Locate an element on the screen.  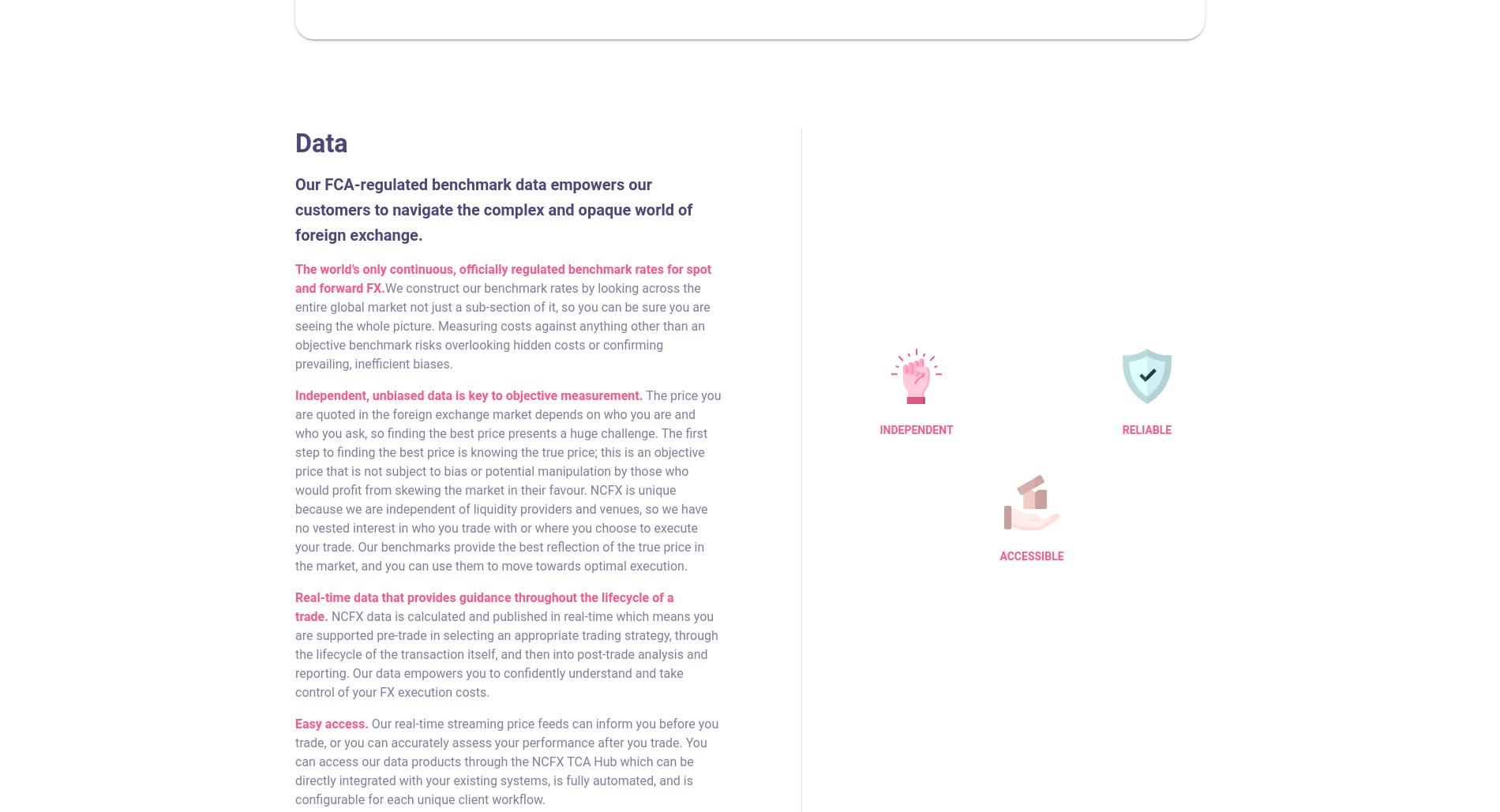
'Independent, unbiased data is key to objective measurement.' is located at coordinates (468, 395).